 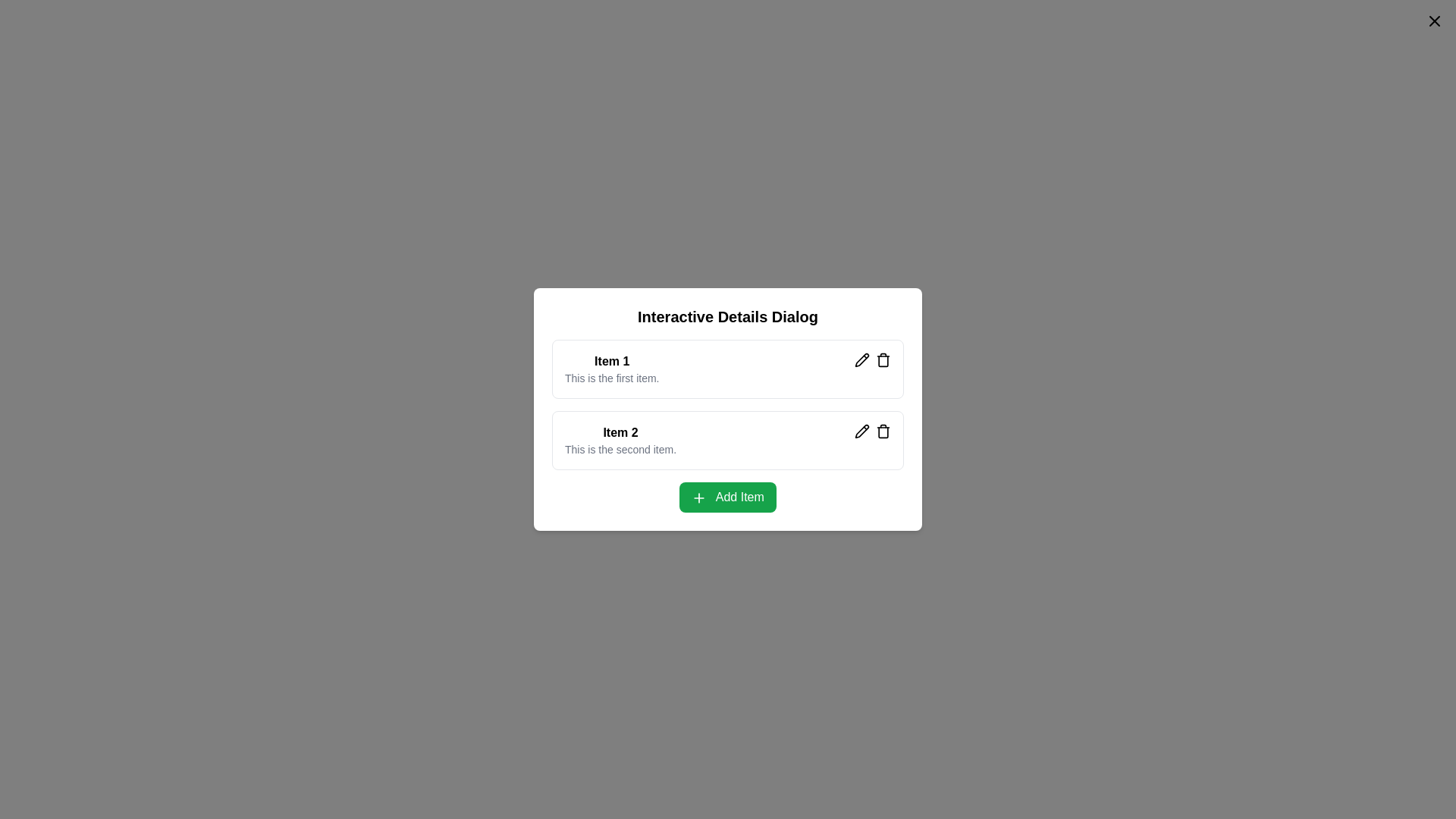 What do you see at coordinates (612, 362) in the screenshot?
I see `the bold text label reading 'Item 1' in the 'Interactive Details Dialog', which is styled to stand out from surrounding text` at bounding box center [612, 362].